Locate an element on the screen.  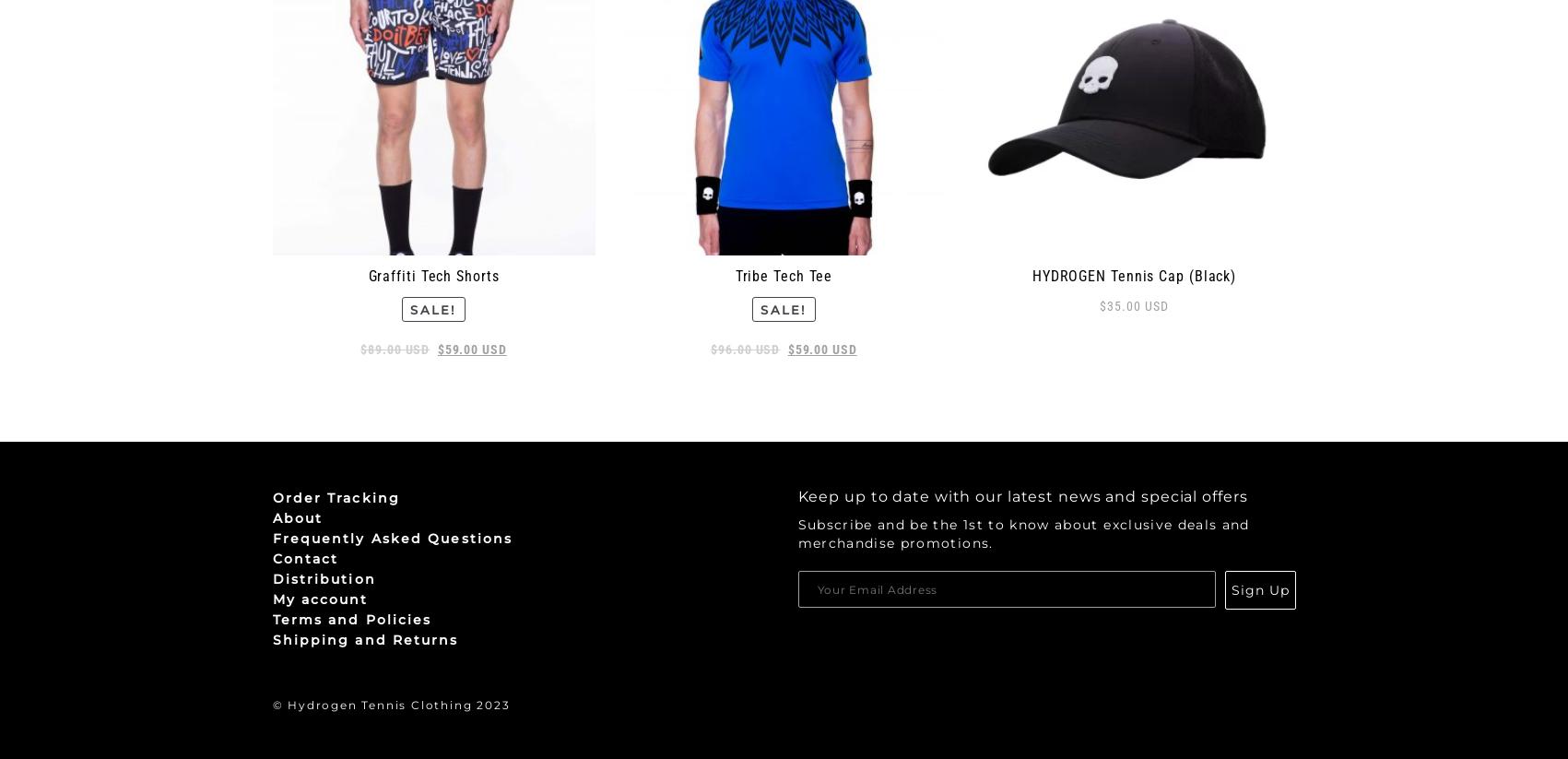
'Terms and Policies' is located at coordinates (350, 619).